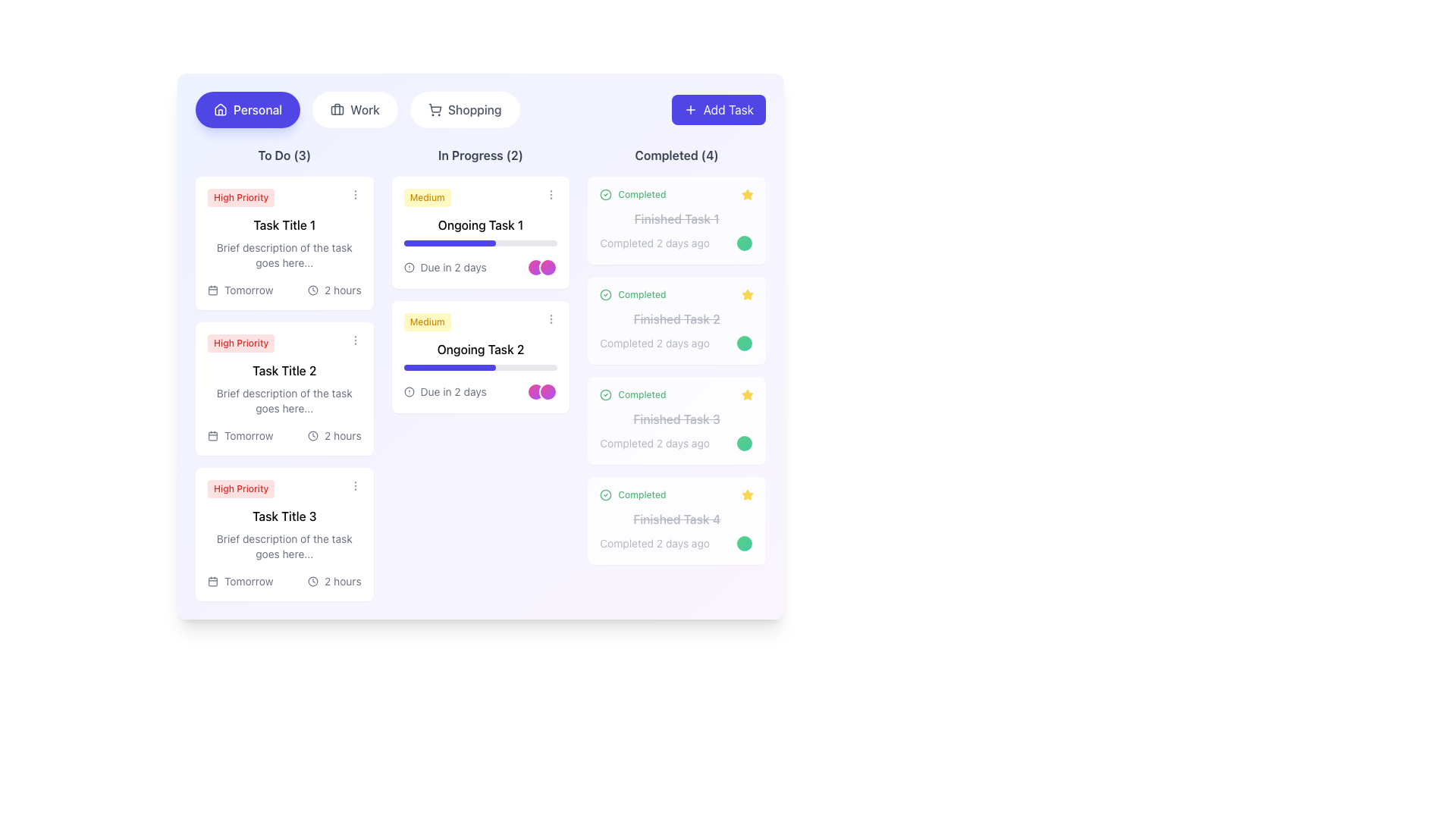 The image size is (1456, 819). What do you see at coordinates (212, 290) in the screenshot?
I see `the calendar icon element located in the 'To Do' column associated with 'Task Title 1', positioned above the clock icon and preceding the text 'Tomorrow'` at bounding box center [212, 290].